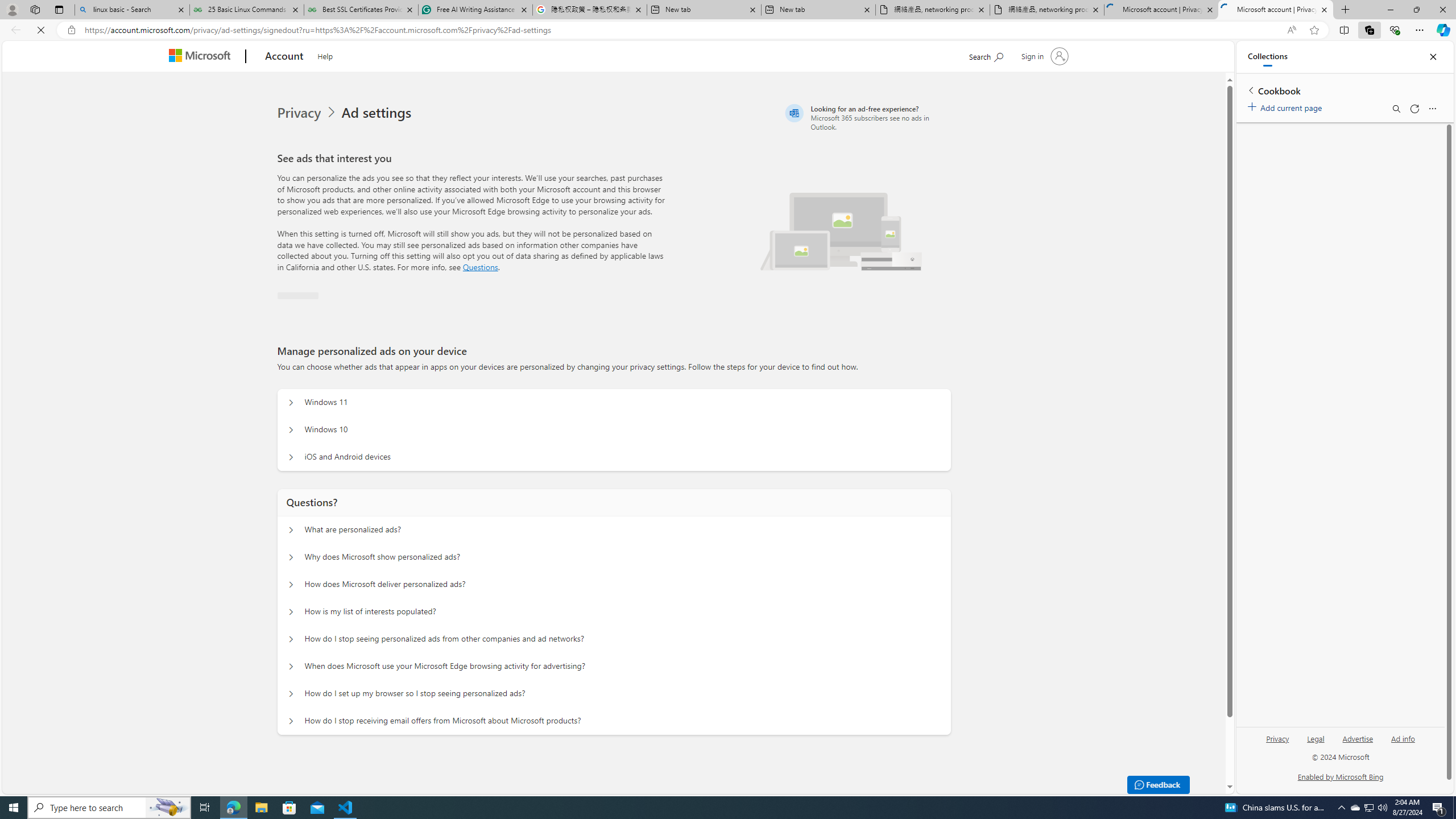  What do you see at coordinates (246, 9) in the screenshot?
I see `'25 Basic Linux Commands For Beginners - GeeksforGeeks'` at bounding box center [246, 9].